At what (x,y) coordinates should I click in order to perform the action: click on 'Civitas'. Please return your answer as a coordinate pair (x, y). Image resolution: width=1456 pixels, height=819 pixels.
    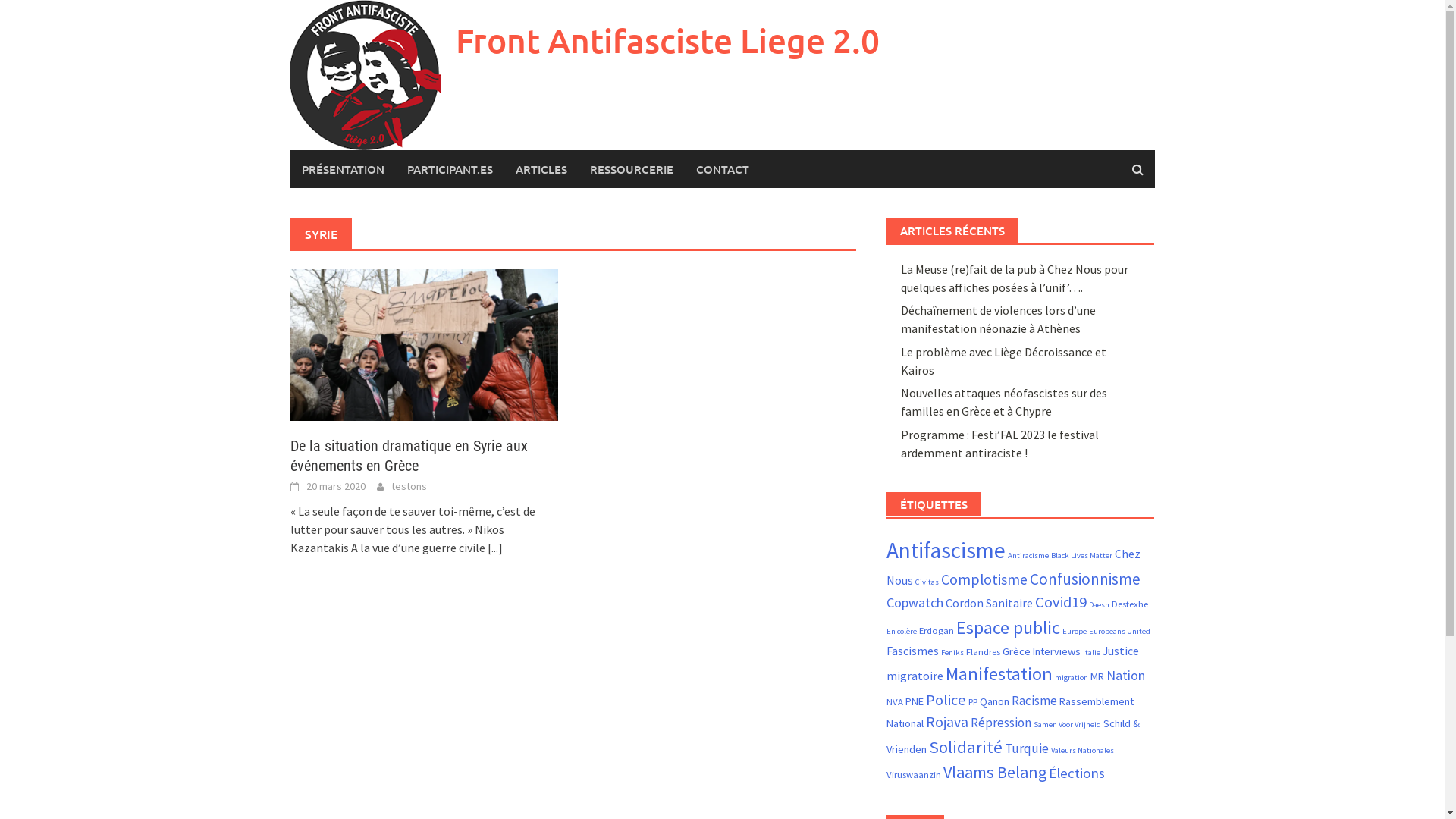
    Looking at the image, I should click on (926, 581).